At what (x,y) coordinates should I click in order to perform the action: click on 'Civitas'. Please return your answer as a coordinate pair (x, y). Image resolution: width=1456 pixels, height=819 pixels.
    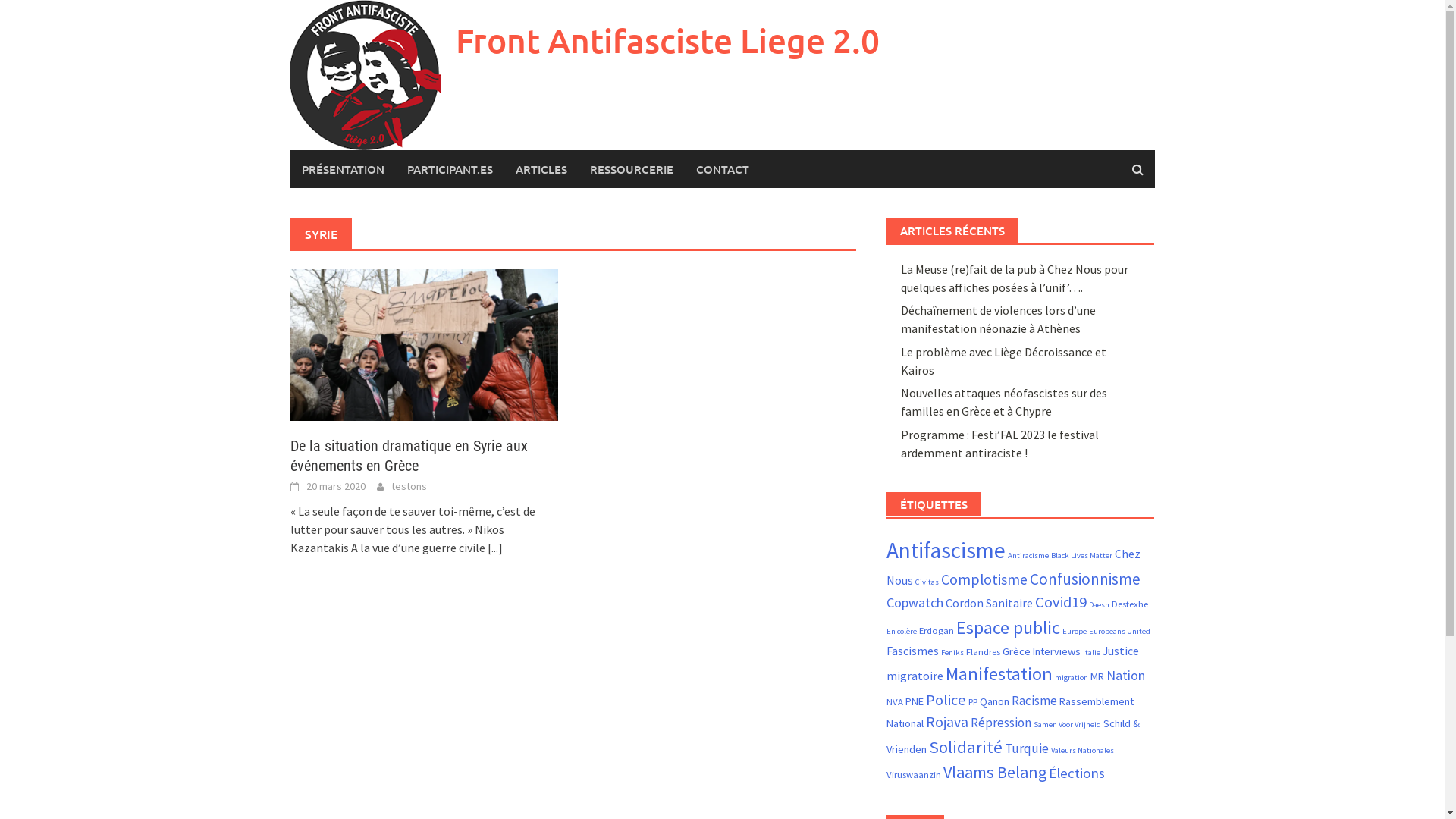
    Looking at the image, I should click on (926, 581).